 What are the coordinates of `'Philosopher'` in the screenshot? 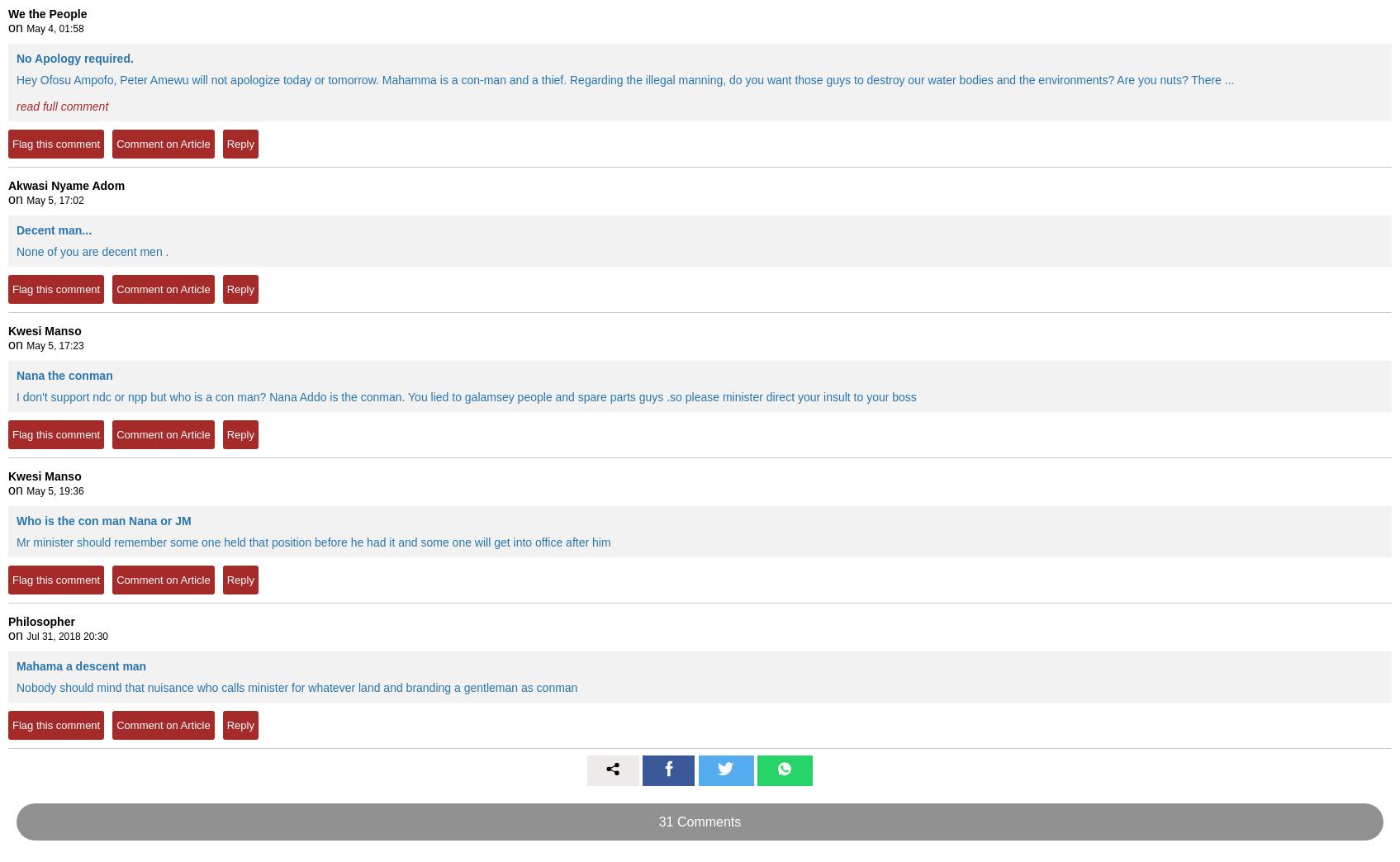 It's located at (8, 622).